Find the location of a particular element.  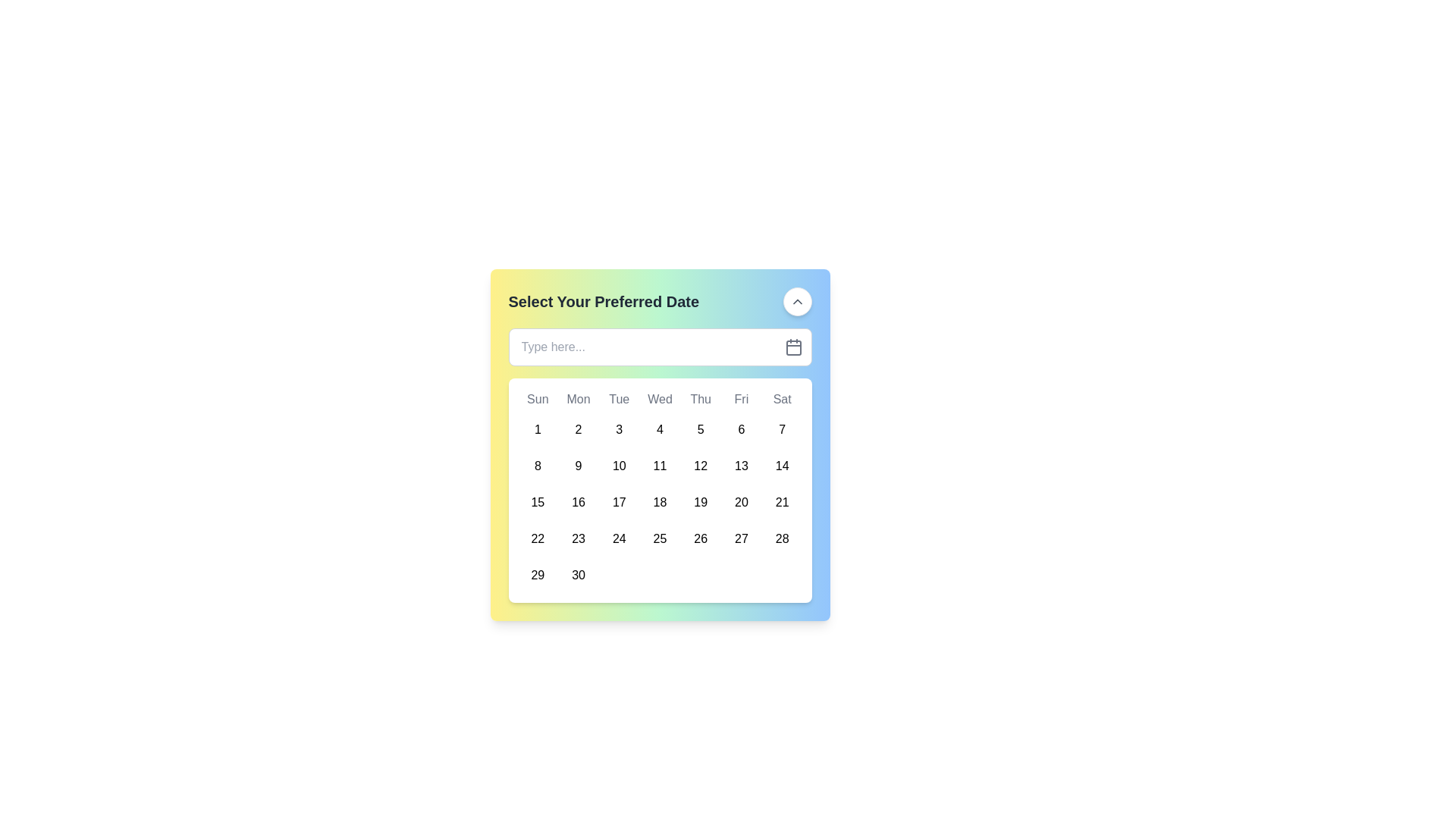

the button representing the date, specifically the 10th of the month, located in the calendar grid under the 'Tue' column and in the second row is located at coordinates (619, 465).